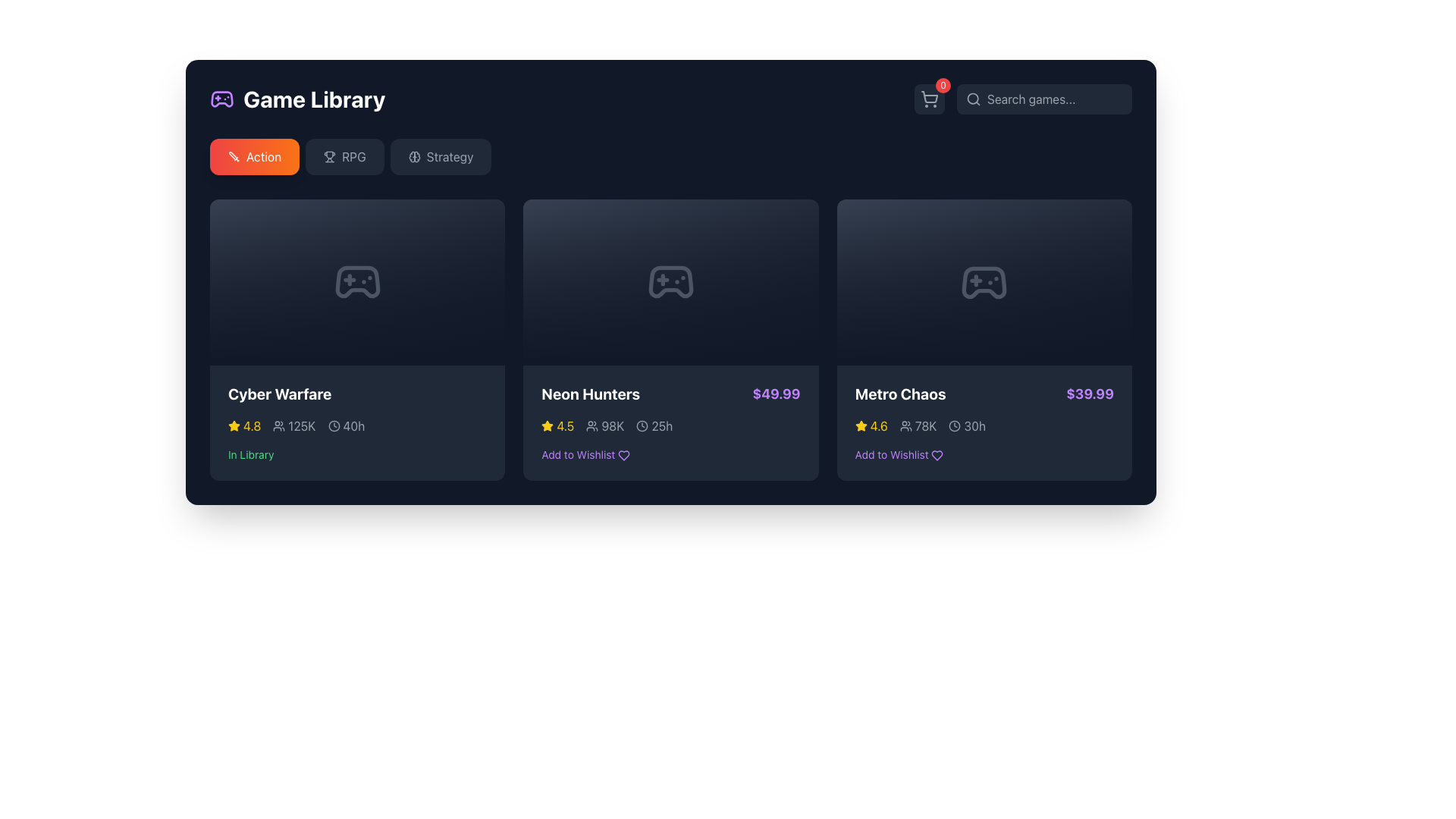 This screenshot has width=1456, height=819. I want to click on the 'Cyber Warfare' game icon located at the upper section of the card, which is the leftmost card among three similar game listing cards, so click(356, 282).